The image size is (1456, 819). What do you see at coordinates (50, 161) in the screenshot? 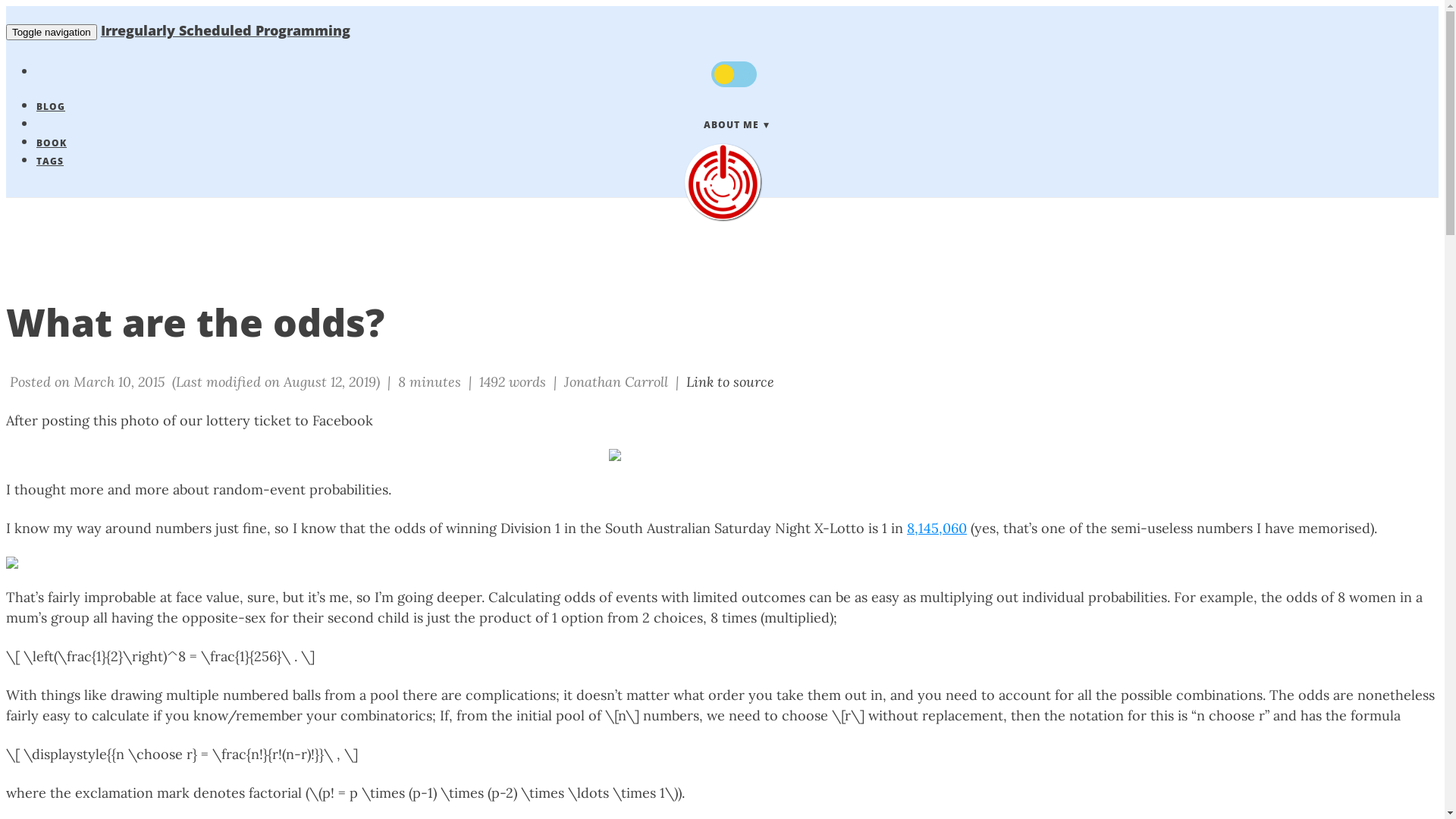
I see `'TAGS'` at bounding box center [50, 161].